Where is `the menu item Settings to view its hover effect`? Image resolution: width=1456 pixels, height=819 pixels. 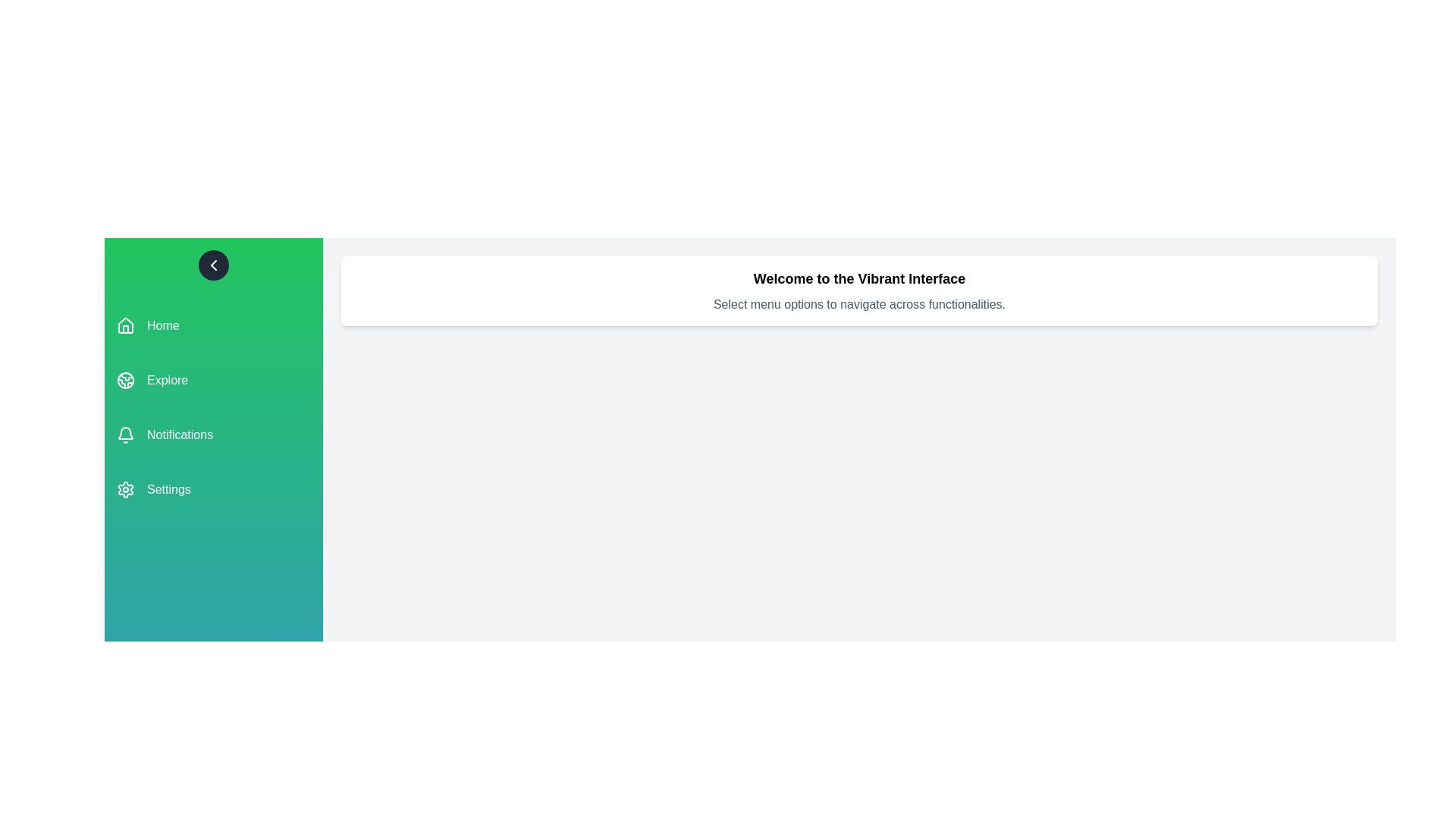
the menu item Settings to view its hover effect is located at coordinates (213, 489).